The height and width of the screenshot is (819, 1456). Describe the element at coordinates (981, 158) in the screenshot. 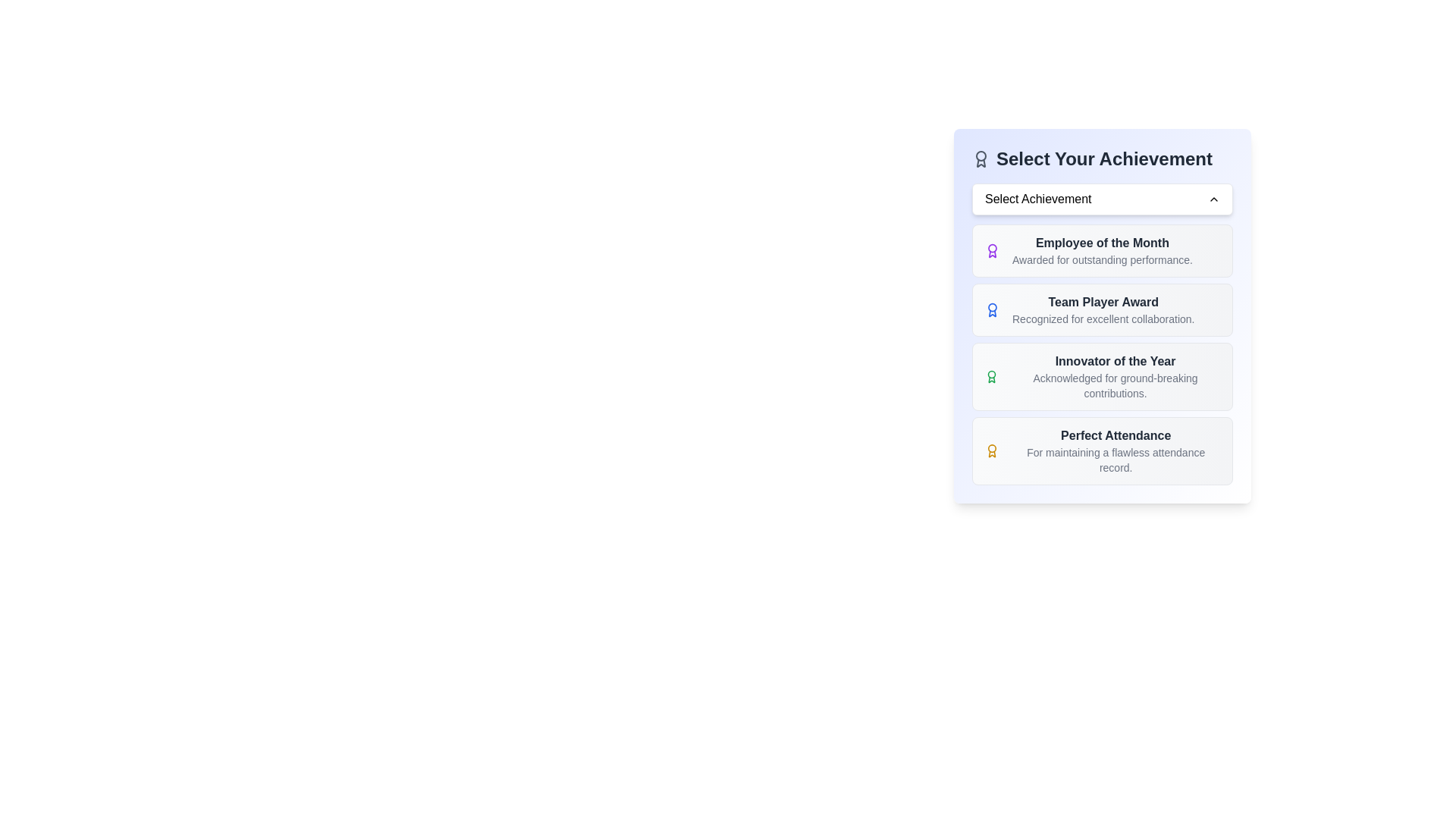

I see `the achievements icon located at the top-left corner of the header section, before the title 'Select Your Achievement'` at that location.